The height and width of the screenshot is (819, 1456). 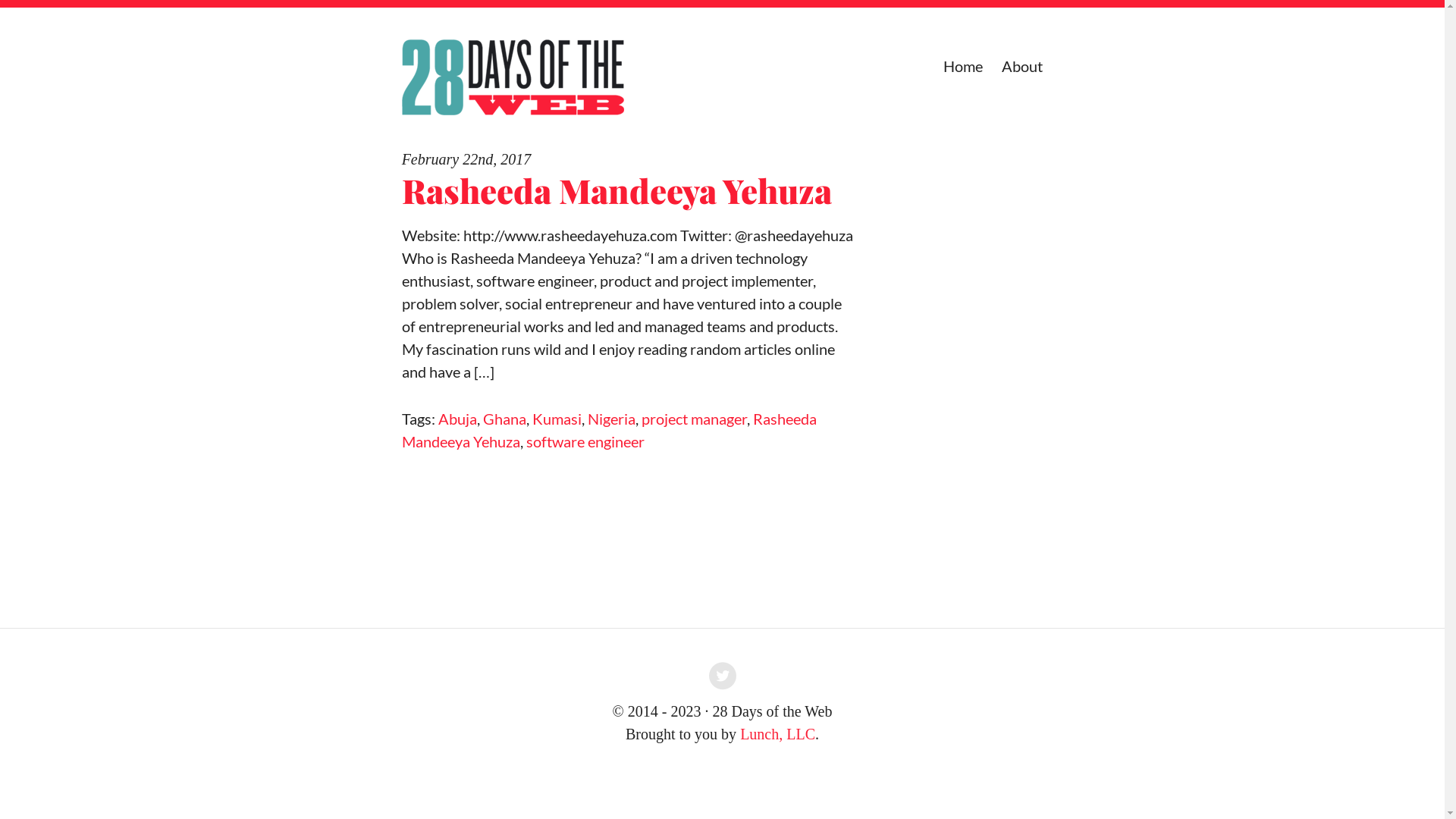 What do you see at coordinates (457, 418) in the screenshot?
I see `'Abuja'` at bounding box center [457, 418].